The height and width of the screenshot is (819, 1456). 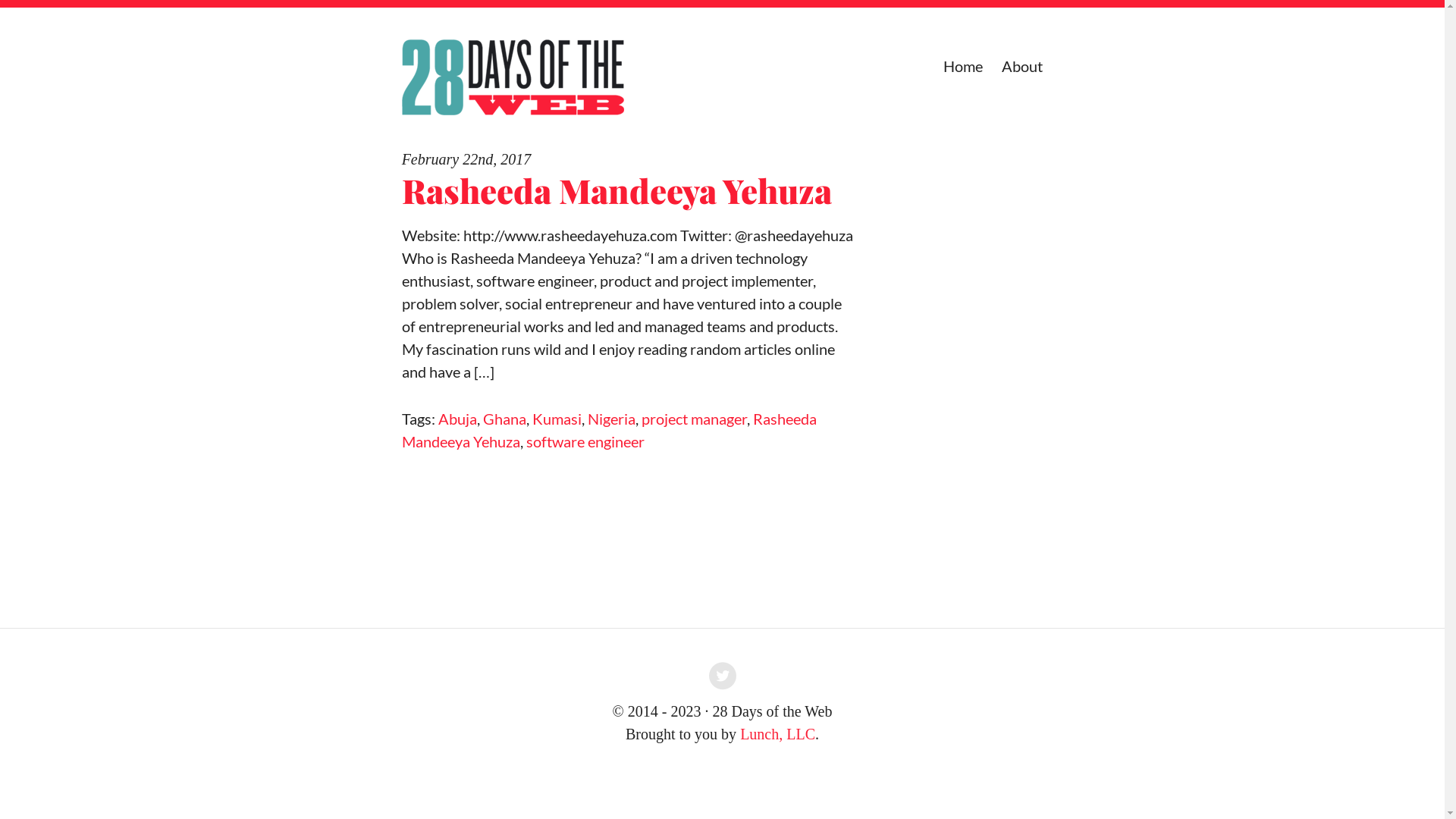 What do you see at coordinates (457, 418) in the screenshot?
I see `'Abuja'` at bounding box center [457, 418].